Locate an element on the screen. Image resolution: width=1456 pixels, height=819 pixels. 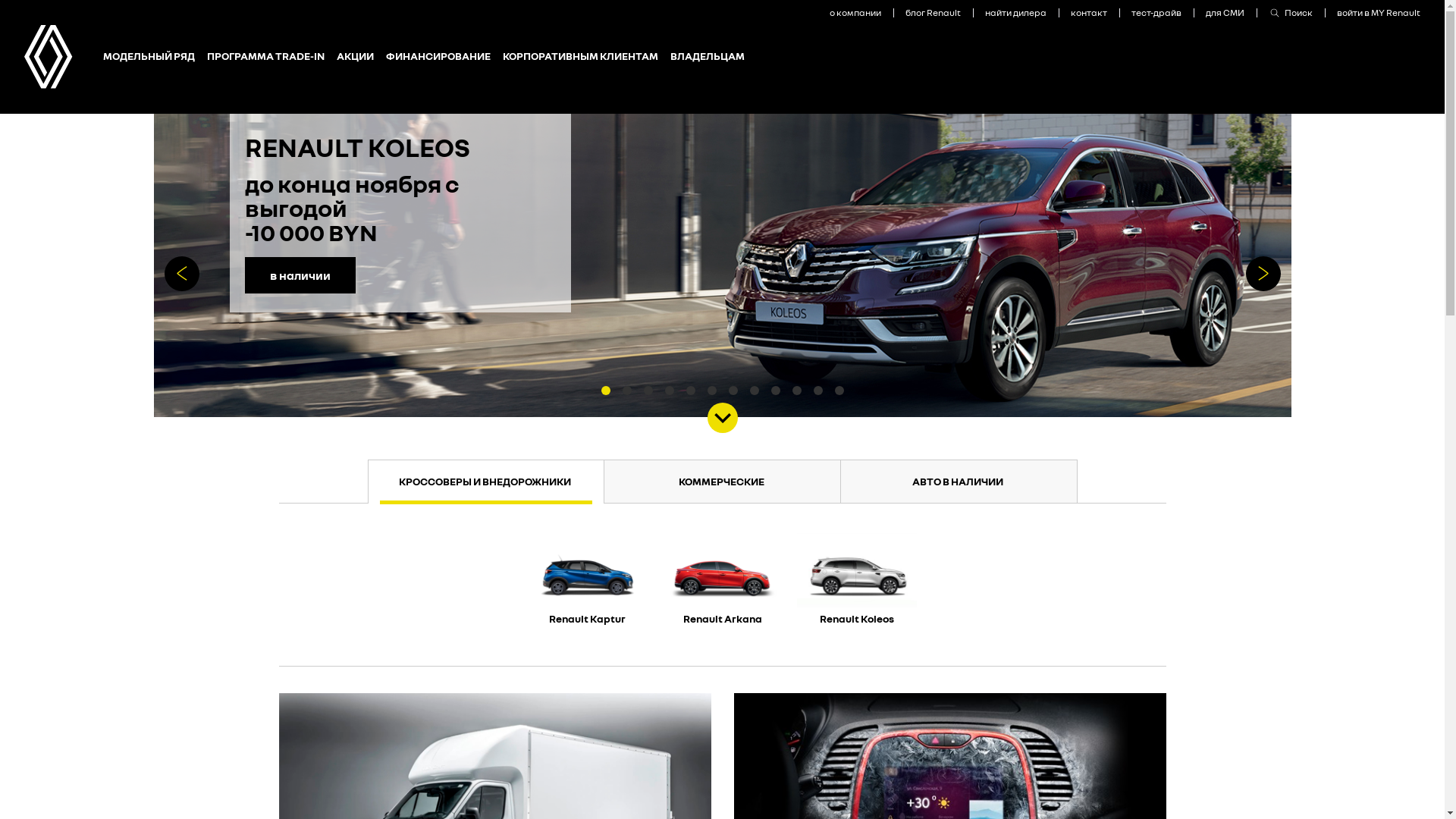
'Renault Koleos' is located at coordinates (856, 585).